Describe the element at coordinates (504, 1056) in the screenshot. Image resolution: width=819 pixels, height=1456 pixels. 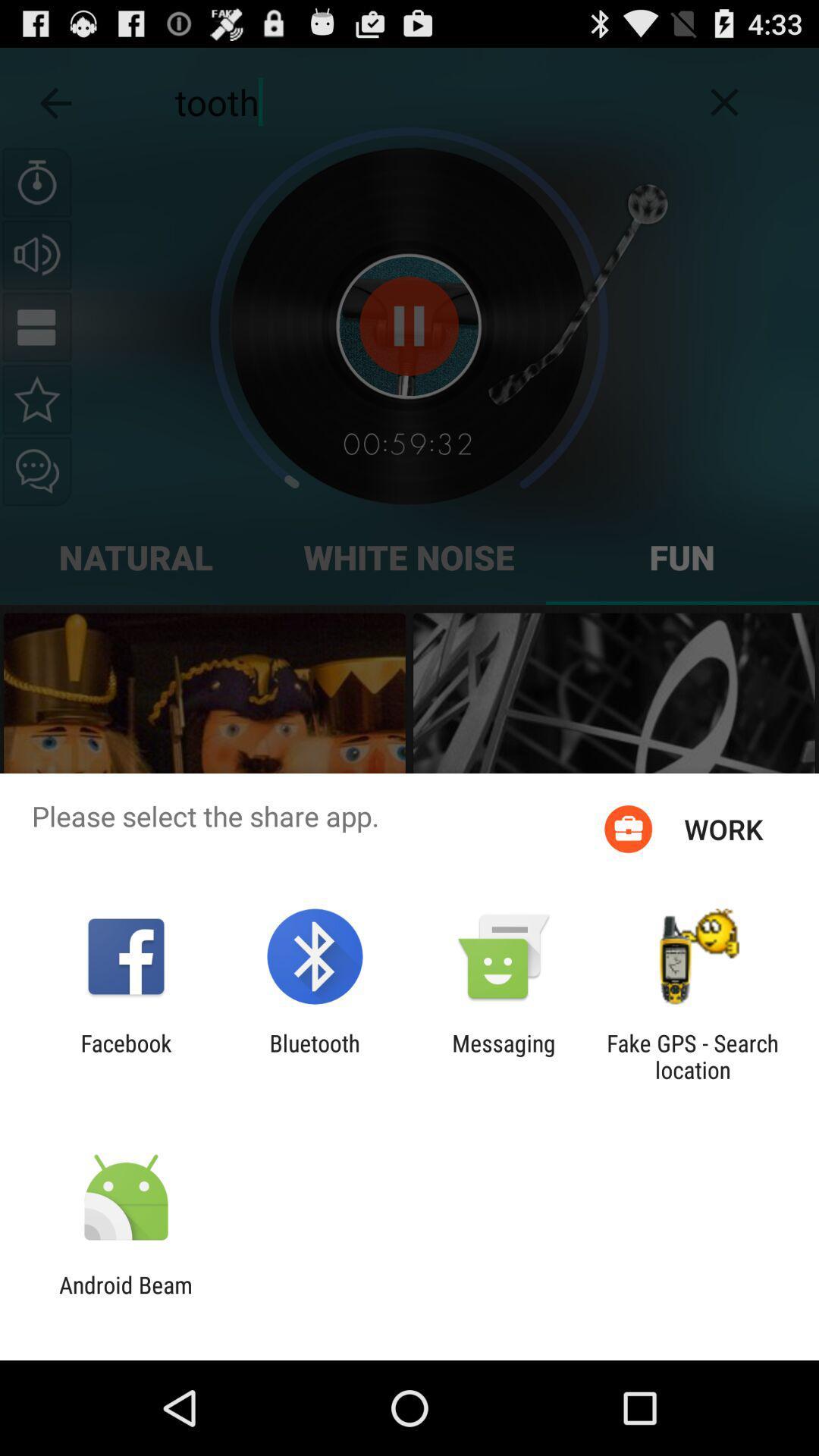
I see `app next to the bluetooth item` at that location.